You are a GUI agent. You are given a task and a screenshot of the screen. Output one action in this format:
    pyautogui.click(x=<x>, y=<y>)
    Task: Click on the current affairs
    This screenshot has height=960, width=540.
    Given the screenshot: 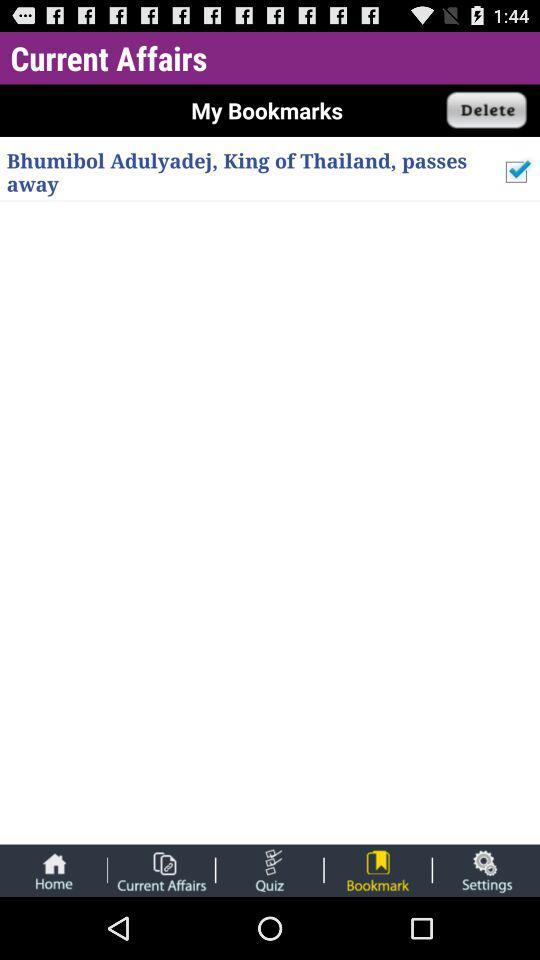 What is the action you would take?
    pyautogui.click(x=160, y=869)
    